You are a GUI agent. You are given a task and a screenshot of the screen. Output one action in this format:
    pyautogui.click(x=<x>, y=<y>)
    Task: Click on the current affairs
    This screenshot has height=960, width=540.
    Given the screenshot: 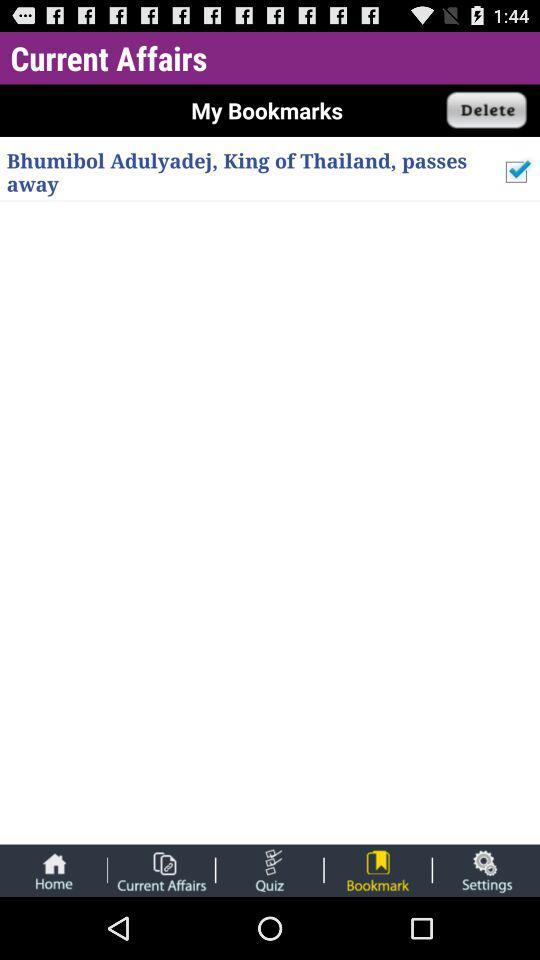 What is the action you would take?
    pyautogui.click(x=160, y=869)
    